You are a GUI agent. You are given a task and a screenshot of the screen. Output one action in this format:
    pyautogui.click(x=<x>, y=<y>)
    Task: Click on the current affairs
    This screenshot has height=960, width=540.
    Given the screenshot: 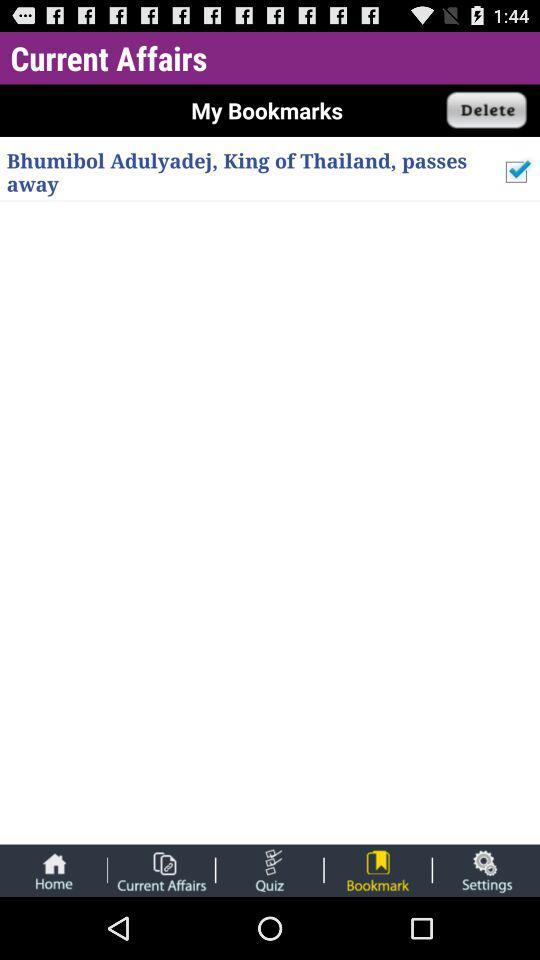 What is the action you would take?
    pyautogui.click(x=160, y=869)
    